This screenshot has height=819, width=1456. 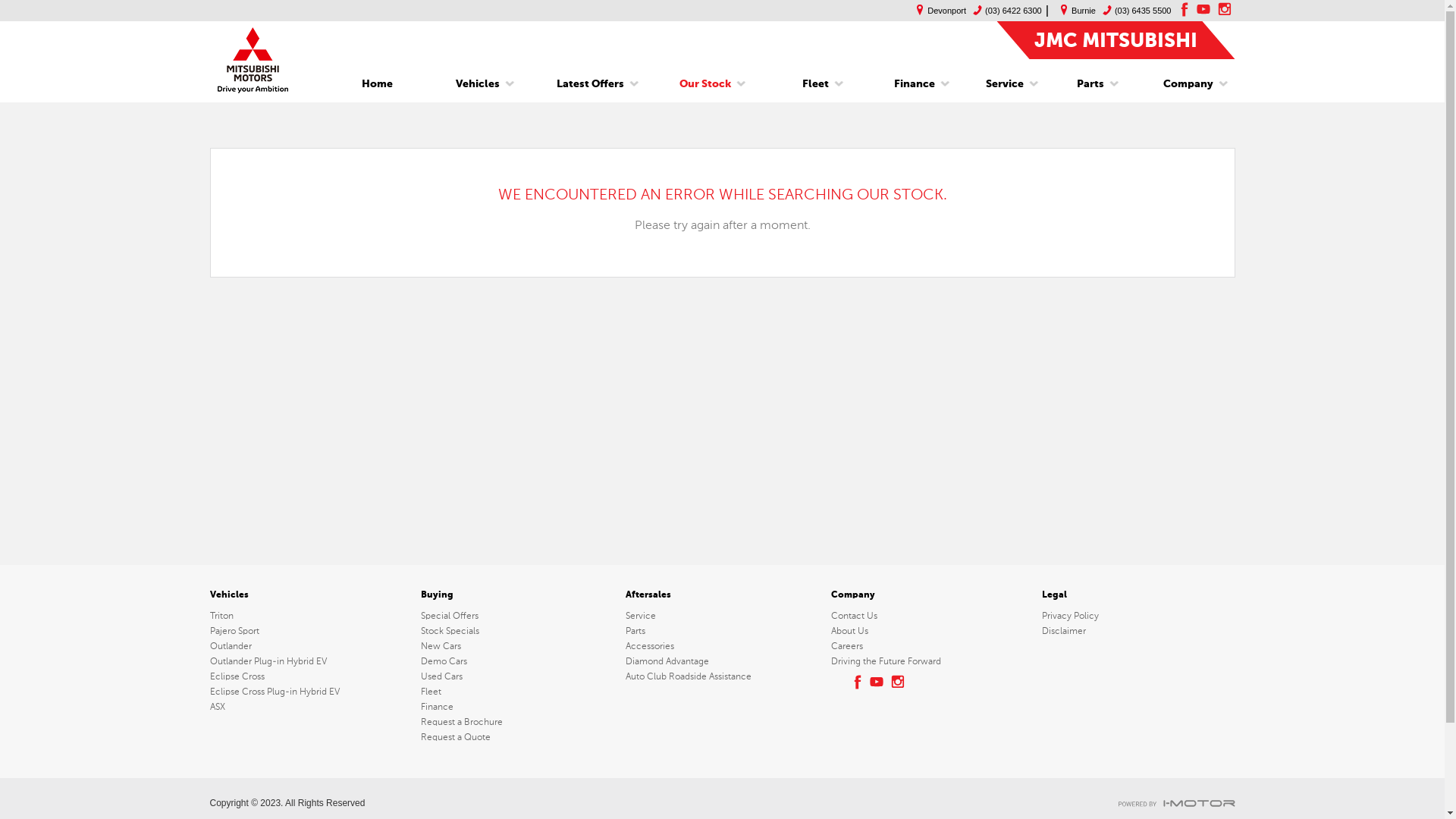 What do you see at coordinates (830, 646) in the screenshot?
I see `'Careers'` at bounding box center [830, 646].